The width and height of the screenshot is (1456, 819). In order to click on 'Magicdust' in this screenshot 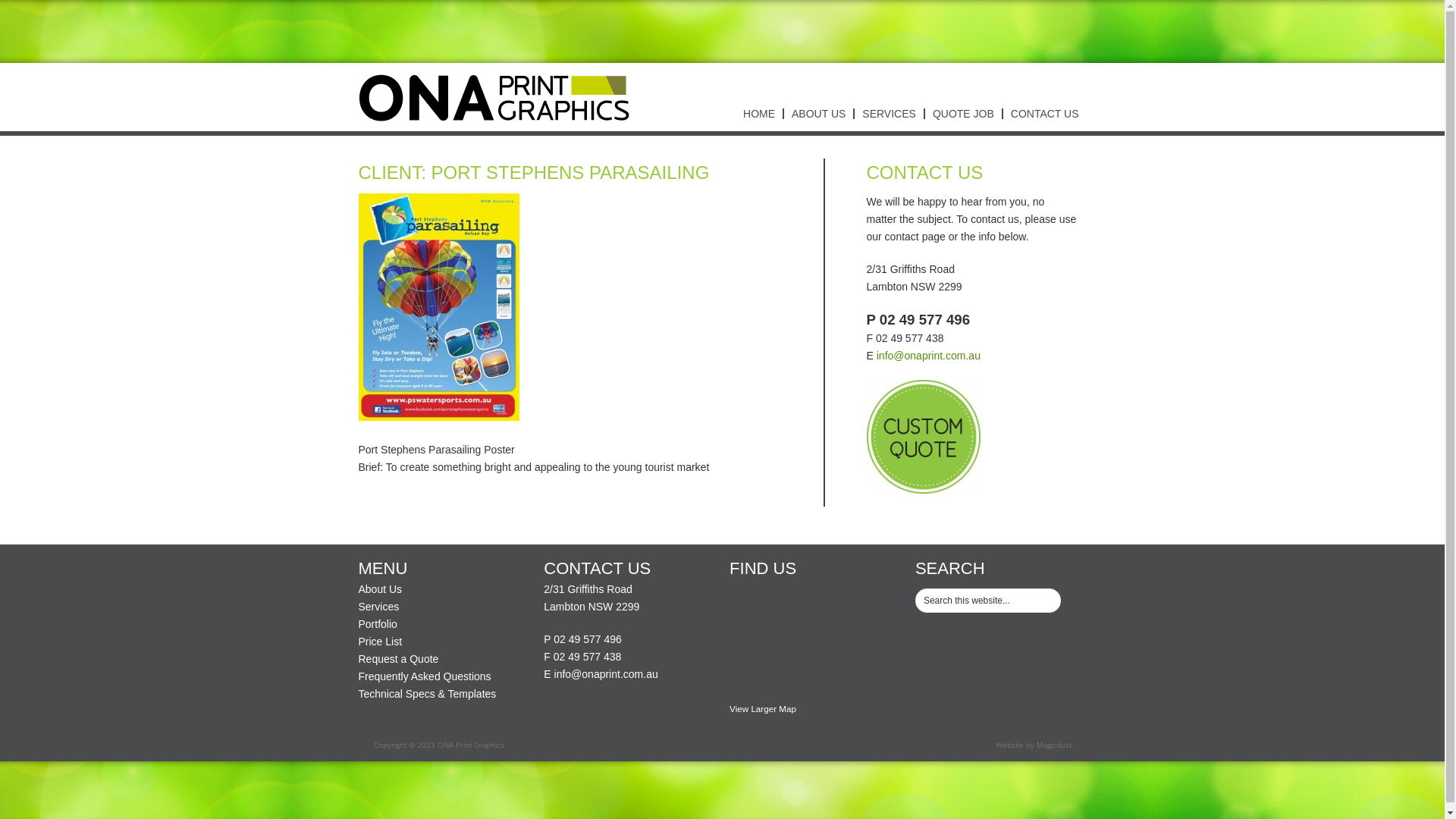, I will do `click(1052, 744)`.